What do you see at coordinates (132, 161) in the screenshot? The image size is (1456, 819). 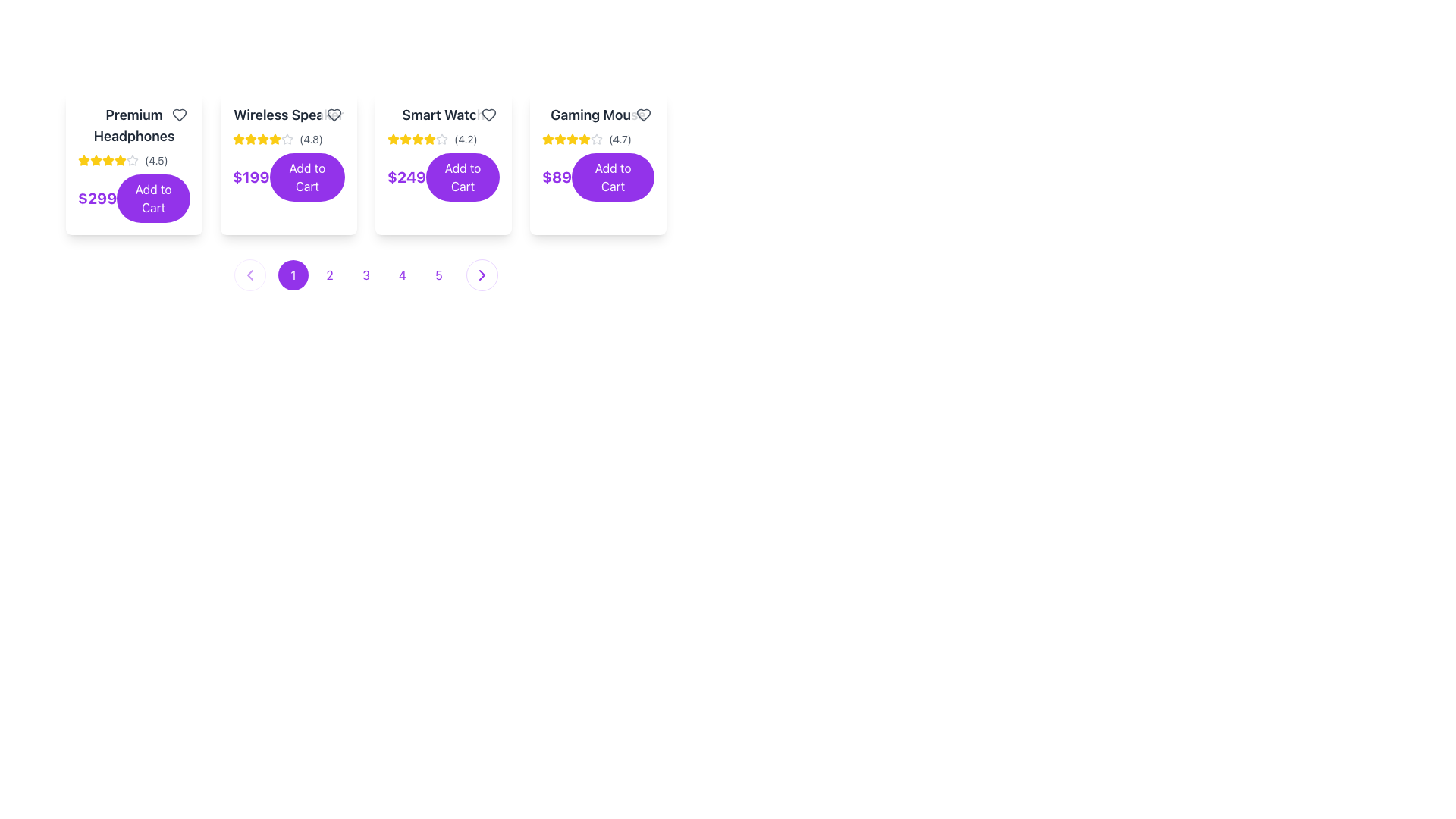 I see `the fifth gray star icon used for rating purposes, located below the title 'Premium Headphones' in the first card of the collection` at bounding box center [132, 161].